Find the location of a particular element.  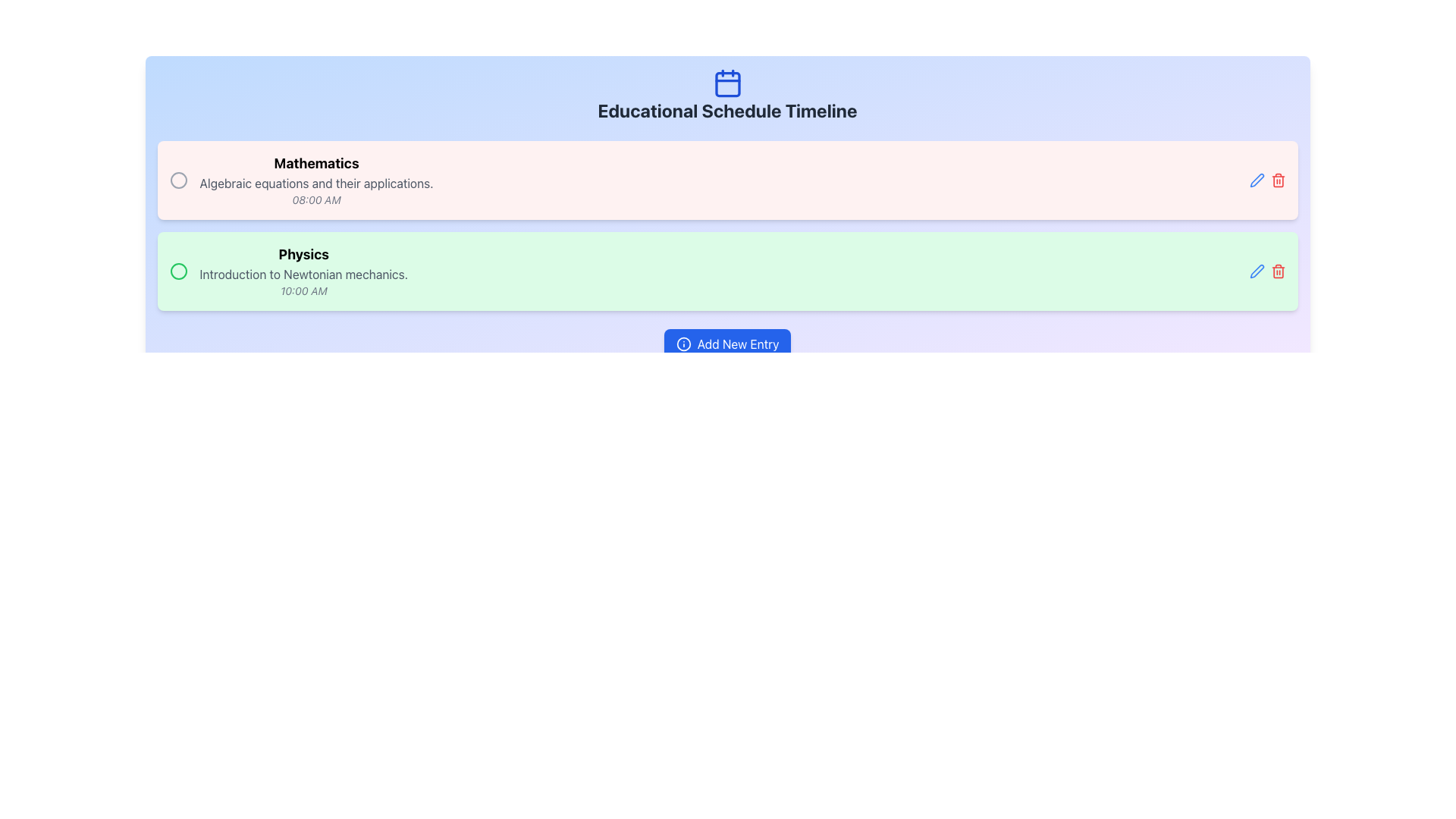

the text display element that shows 'Algebraic equations and their applications.' located below the 'Mathematics' header and above the timestamp '08:00 AM.' is located at coordinates (315, 183).